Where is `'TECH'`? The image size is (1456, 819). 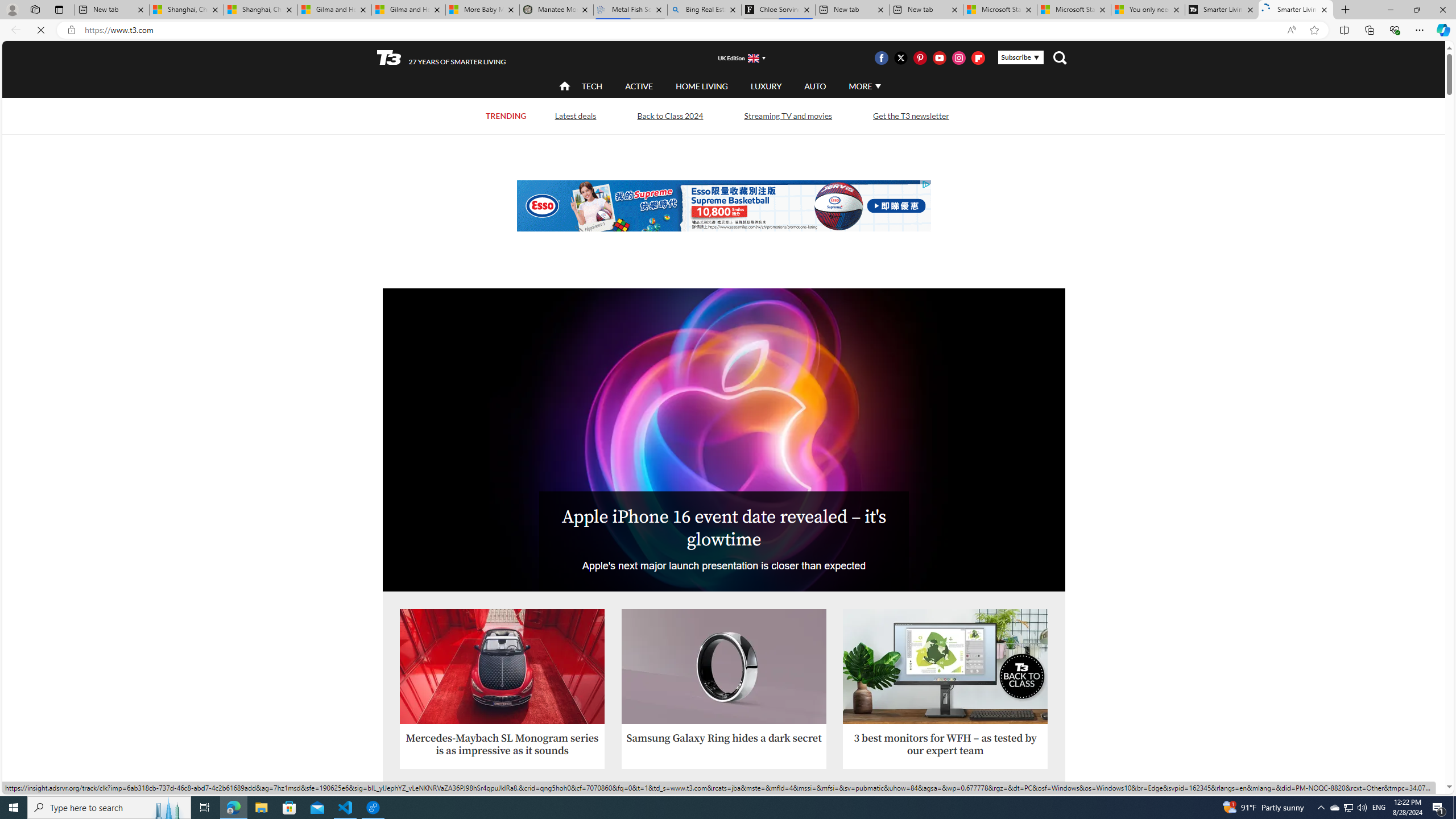
'TECH' is located at coordinates (591, 85).